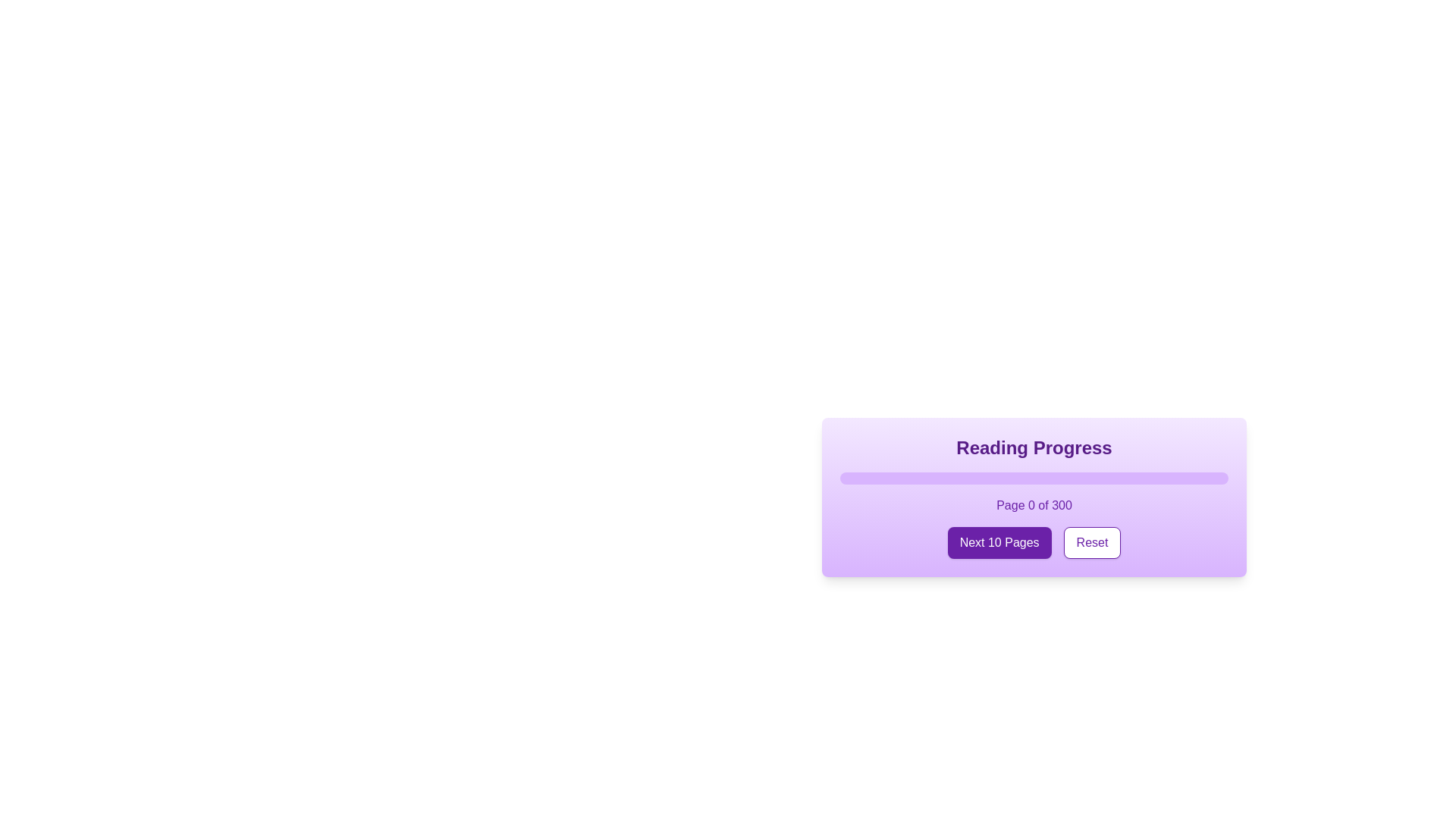 The height and width of the screenshot is (819, 1456). I want to click on the 'Next 10 Pages' button, so click(999, 542).